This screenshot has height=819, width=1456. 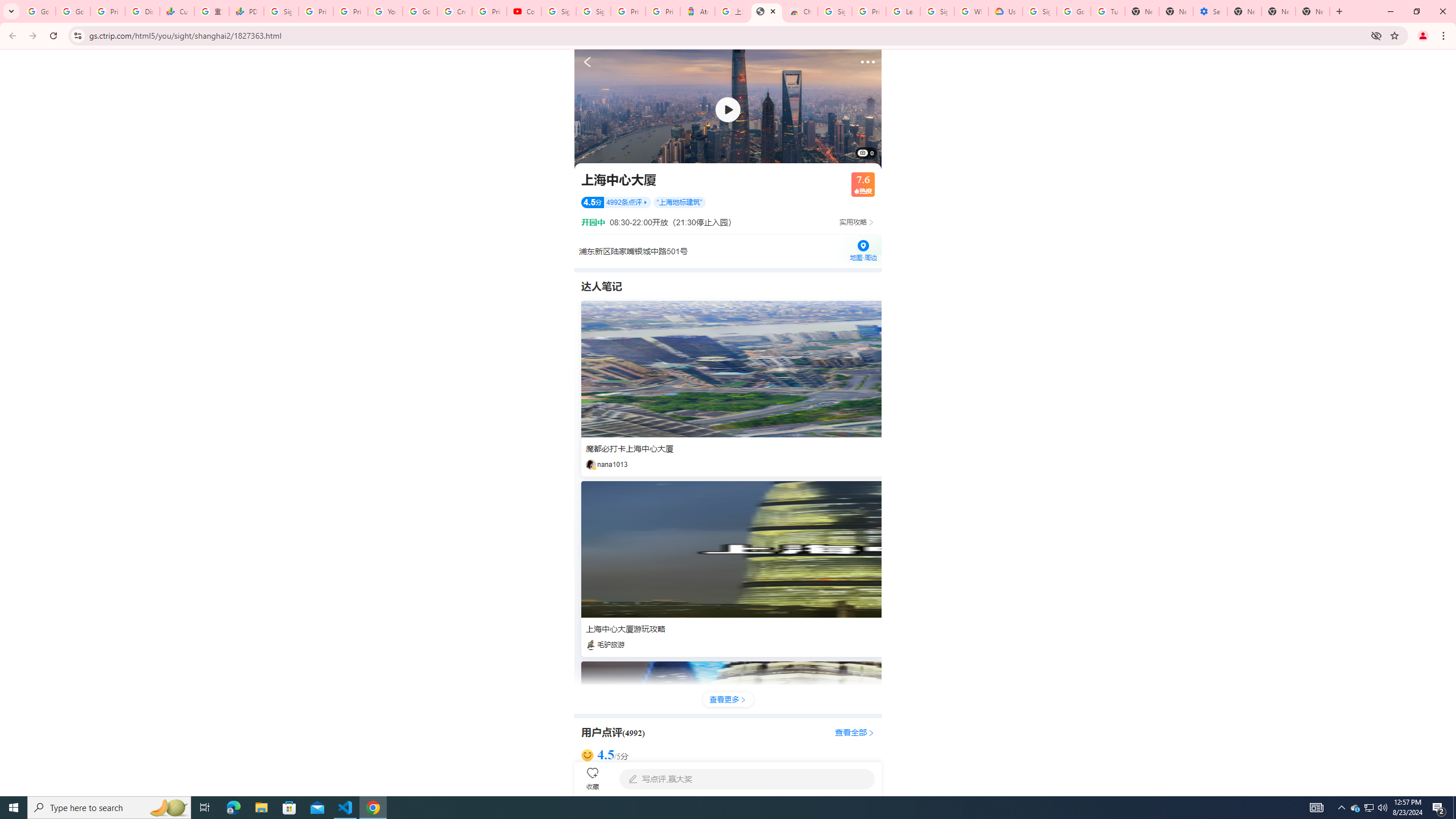 I want to click on 'Forward', so click(x=32, y=35).